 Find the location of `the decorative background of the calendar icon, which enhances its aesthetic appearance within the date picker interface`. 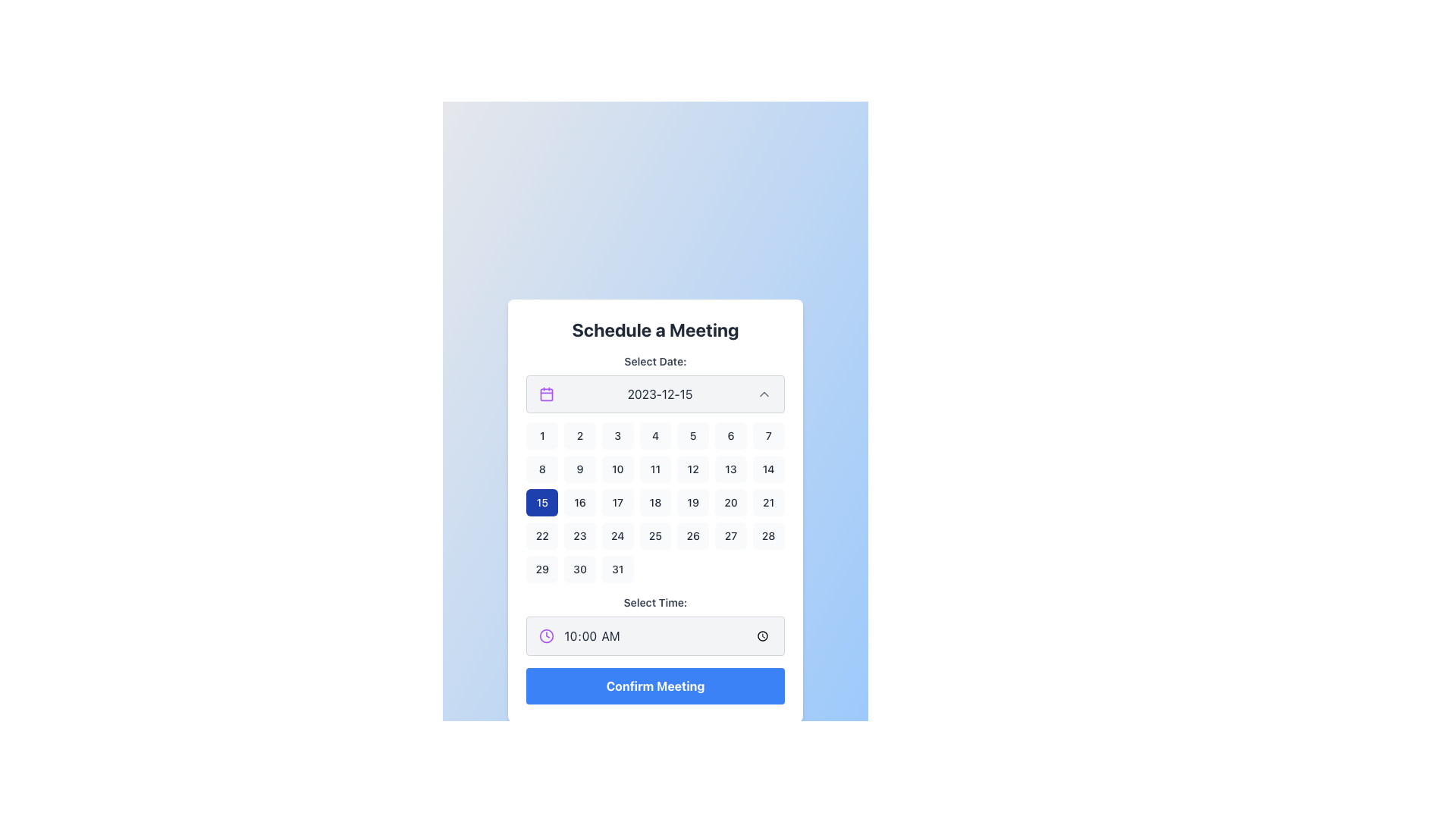

the decorative background of the calendar icon, which enhances its aesthetic appearance within the date picker interface is located at coordinates (546, 394).